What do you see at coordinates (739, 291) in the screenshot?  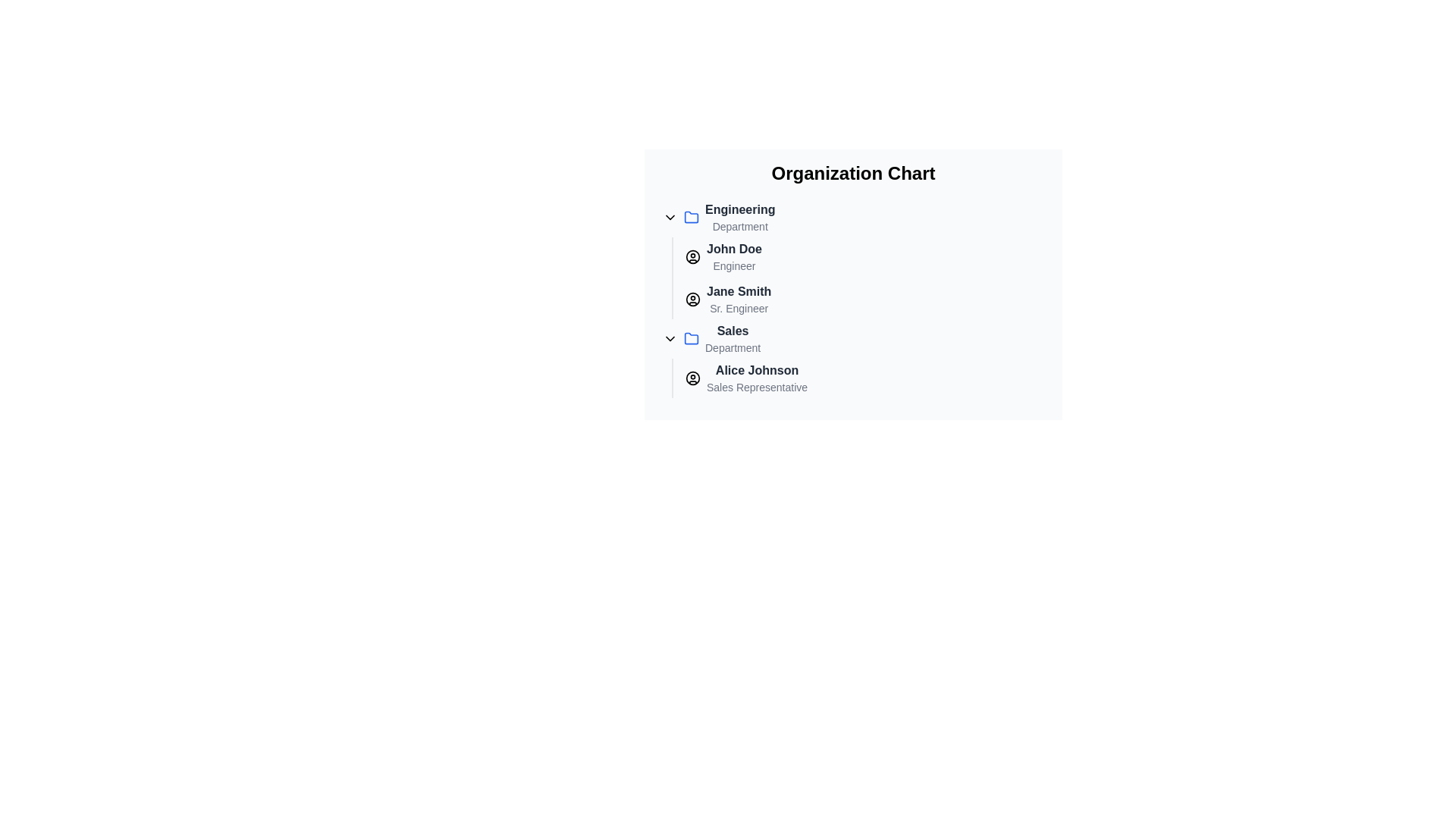 I see `the text label identifying 'Jane Smith', which is positioned above 'Sr. Engineer' in the organizational chart of the Engineering department` at bounding box center [739, 291].